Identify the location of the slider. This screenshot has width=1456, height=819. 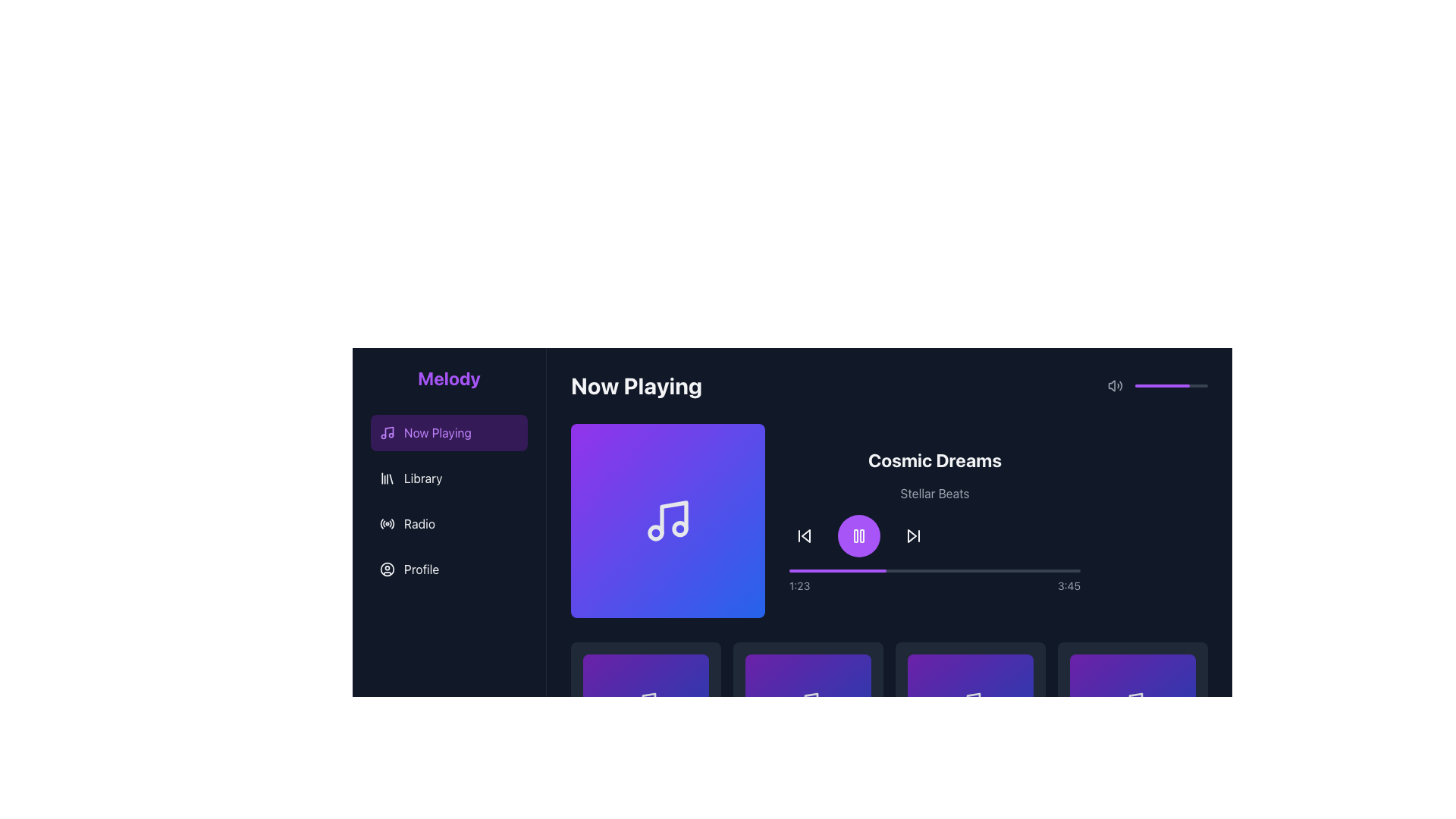
(1195, 385).